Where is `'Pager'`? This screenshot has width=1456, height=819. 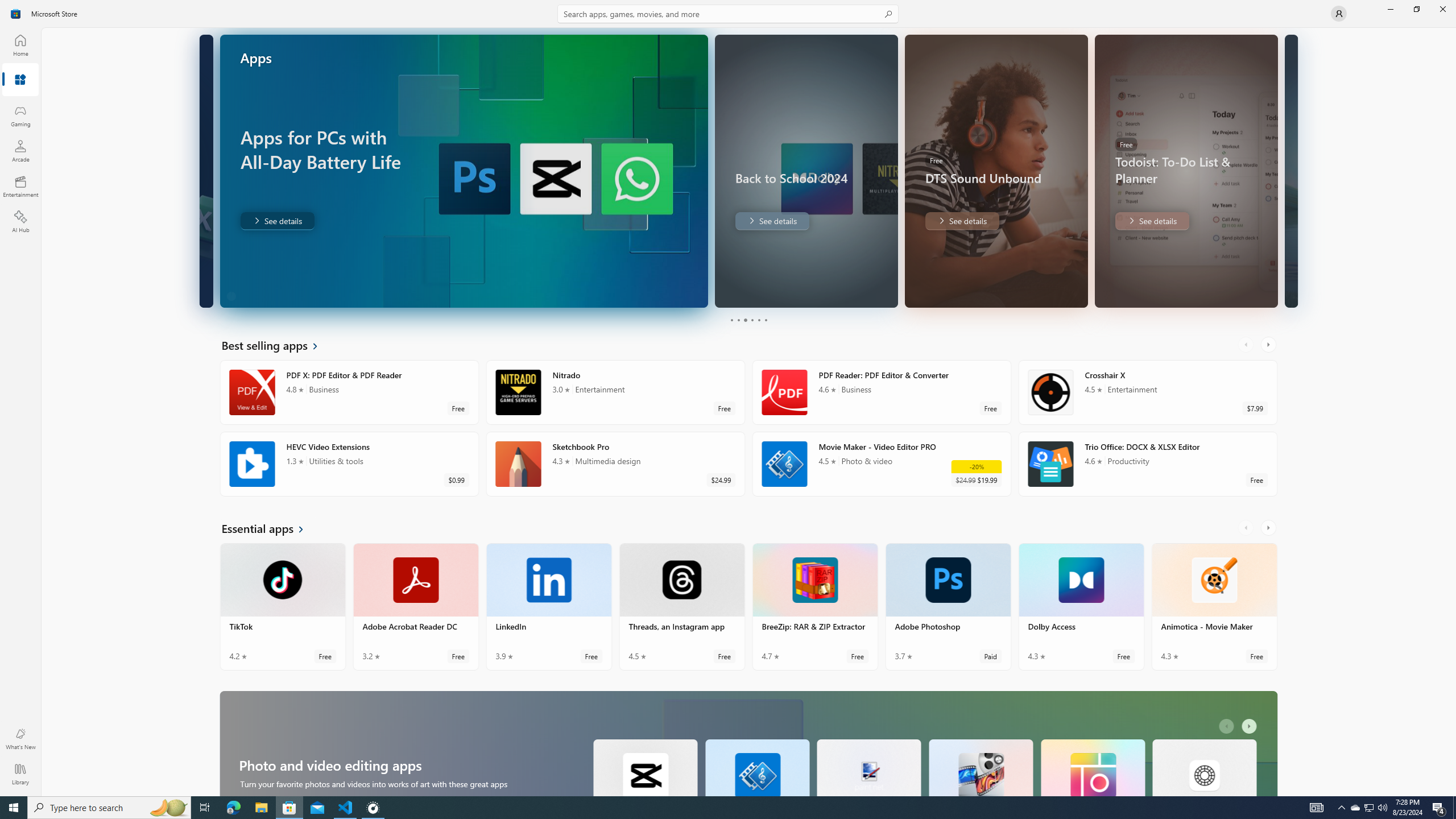 'Pager' is located at coordinates (747, 320).